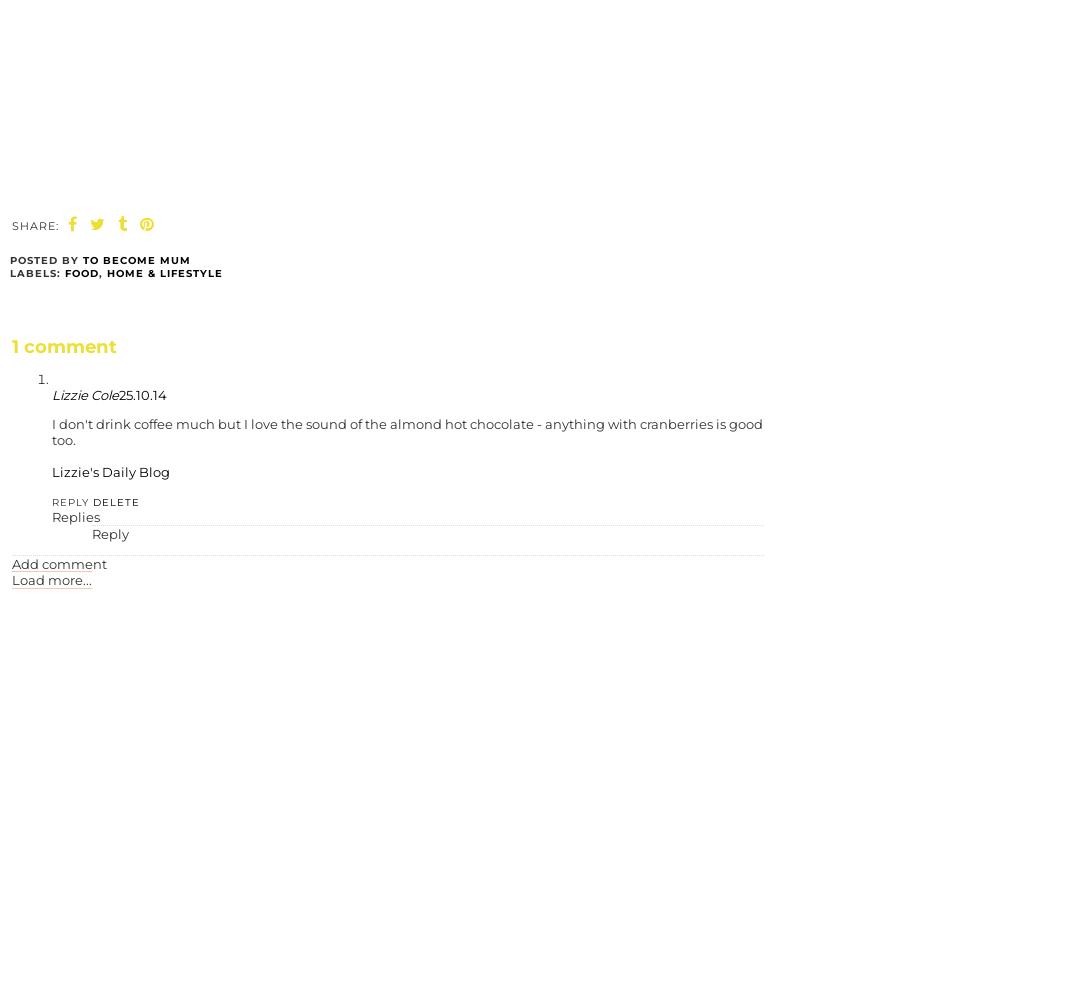  I want to click on 'Home & Lifestyle', so click(105, 273).